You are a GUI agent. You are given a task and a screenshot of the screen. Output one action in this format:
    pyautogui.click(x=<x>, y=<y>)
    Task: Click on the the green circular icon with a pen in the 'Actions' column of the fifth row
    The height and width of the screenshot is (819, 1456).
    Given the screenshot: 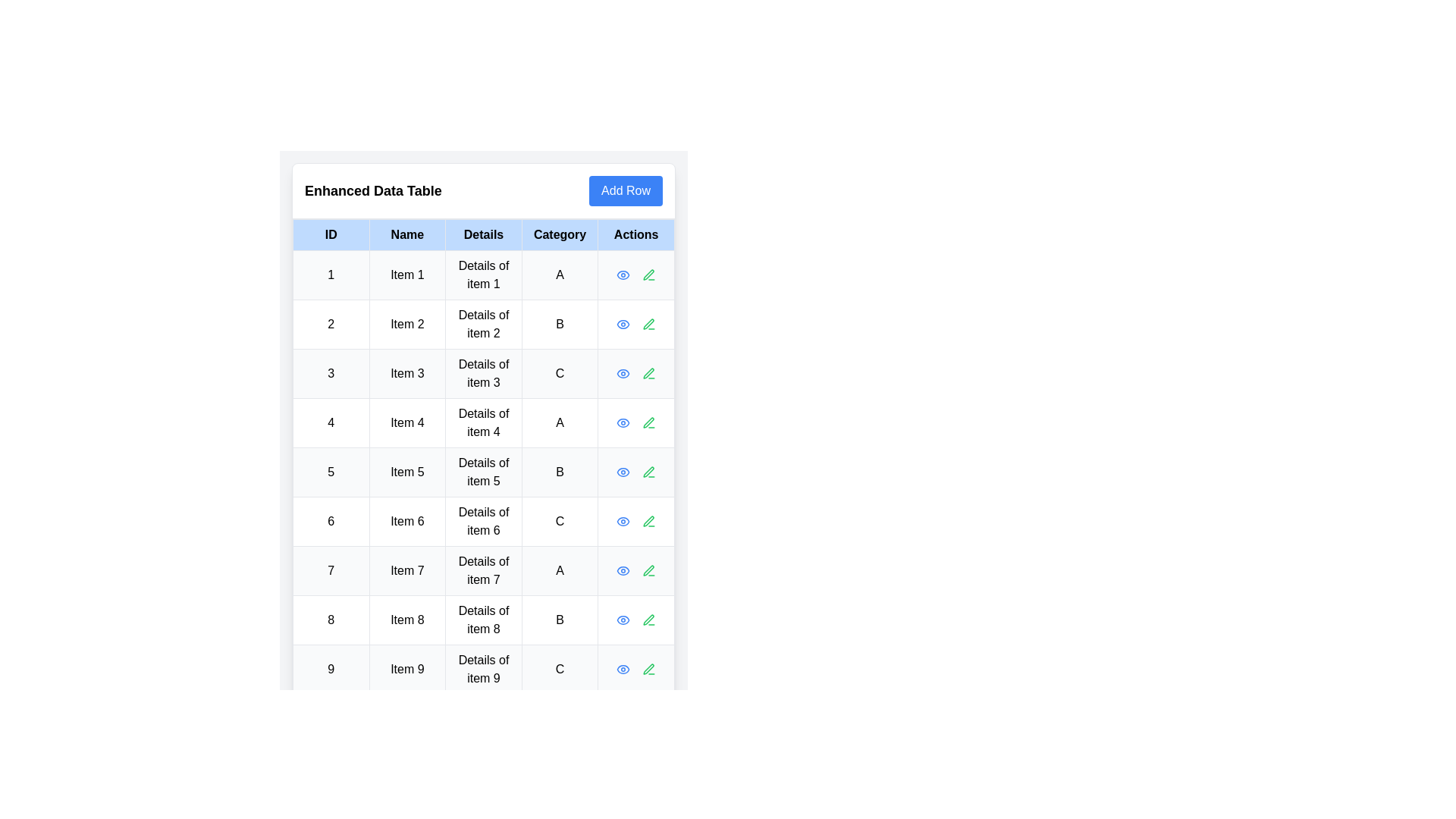 What is the action you would take?
    pyautogui.click(x=649, y=472)
    